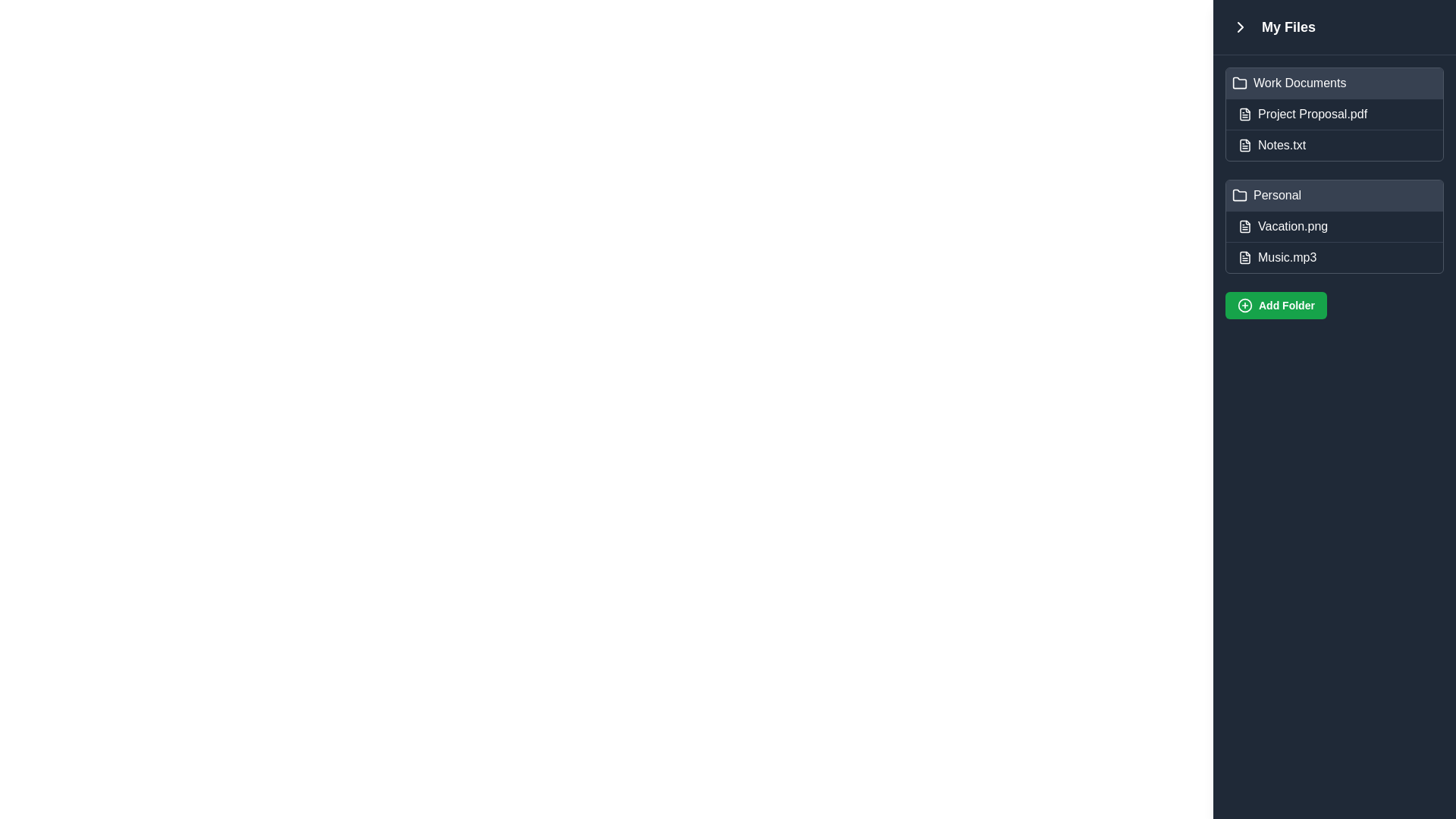  Describe the element at coordinates (1240, 82) in the screenshot. I see `the folder icon located to the left of the 'Work Documents' label in the file navigation pane, which is styled with a minimalistic design and has a rounded rectangular form` at that location.